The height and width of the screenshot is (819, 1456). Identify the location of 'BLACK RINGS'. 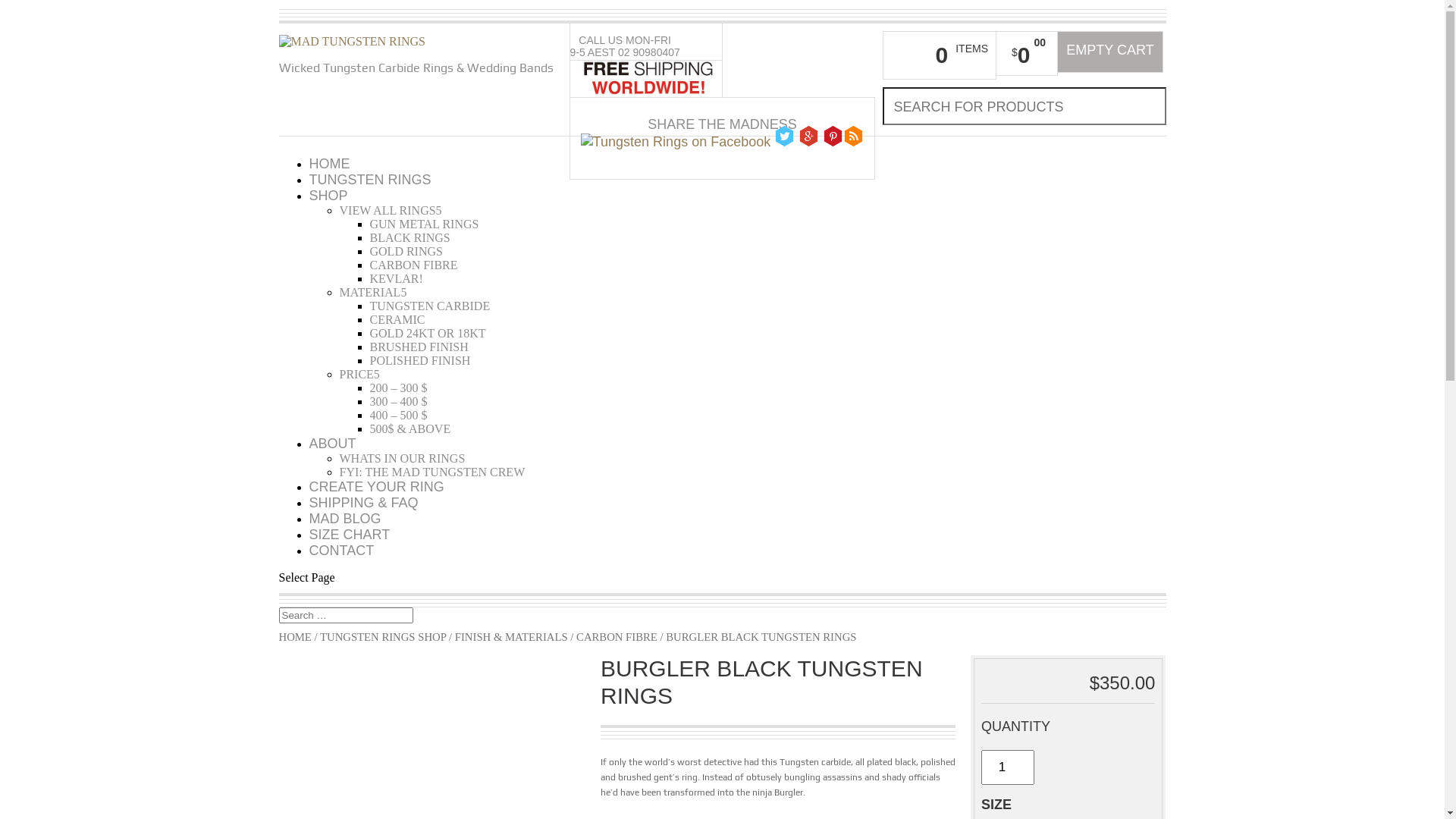
(410, 237).